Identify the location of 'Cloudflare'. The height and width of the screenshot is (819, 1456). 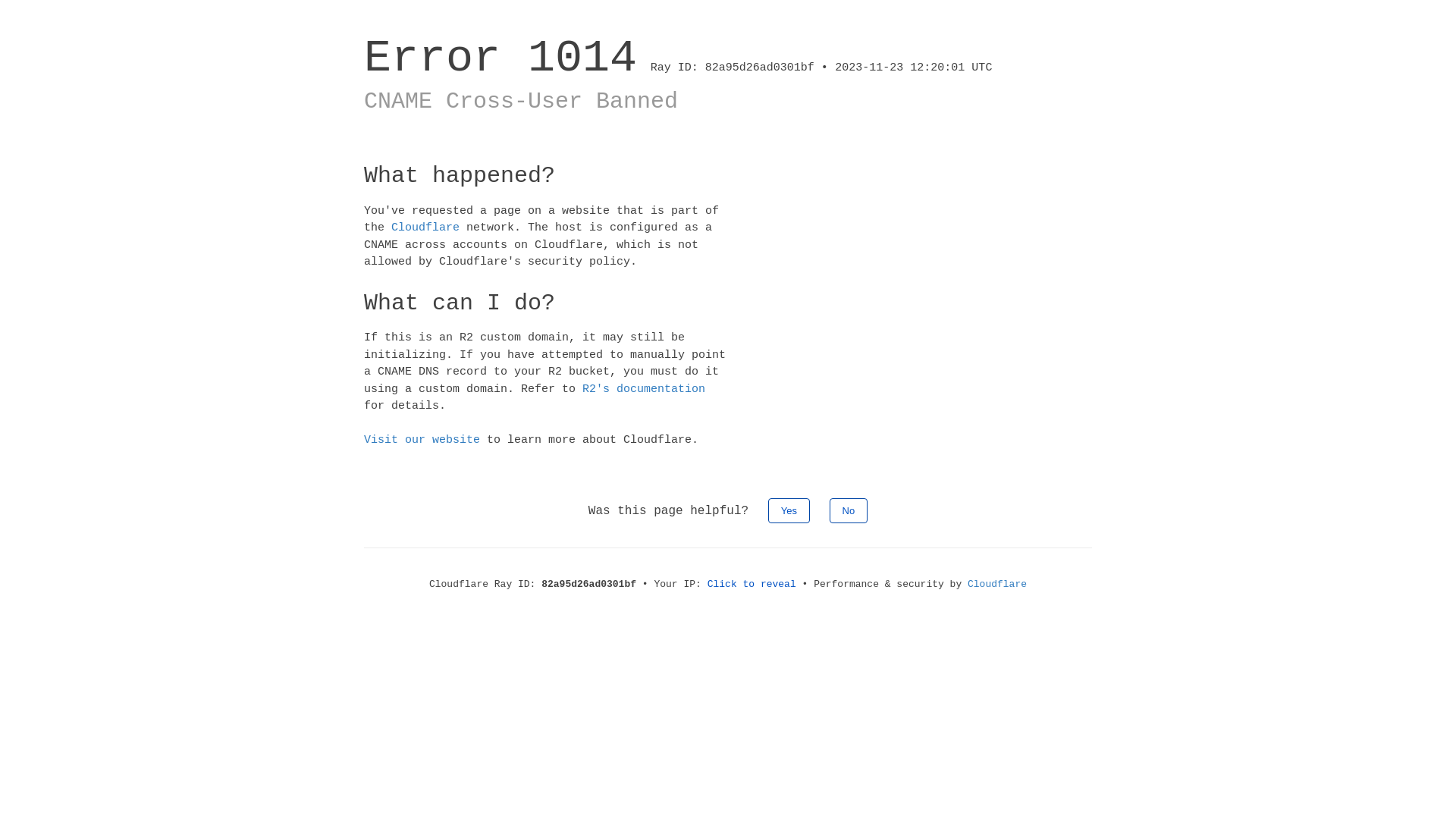
(997, 582).